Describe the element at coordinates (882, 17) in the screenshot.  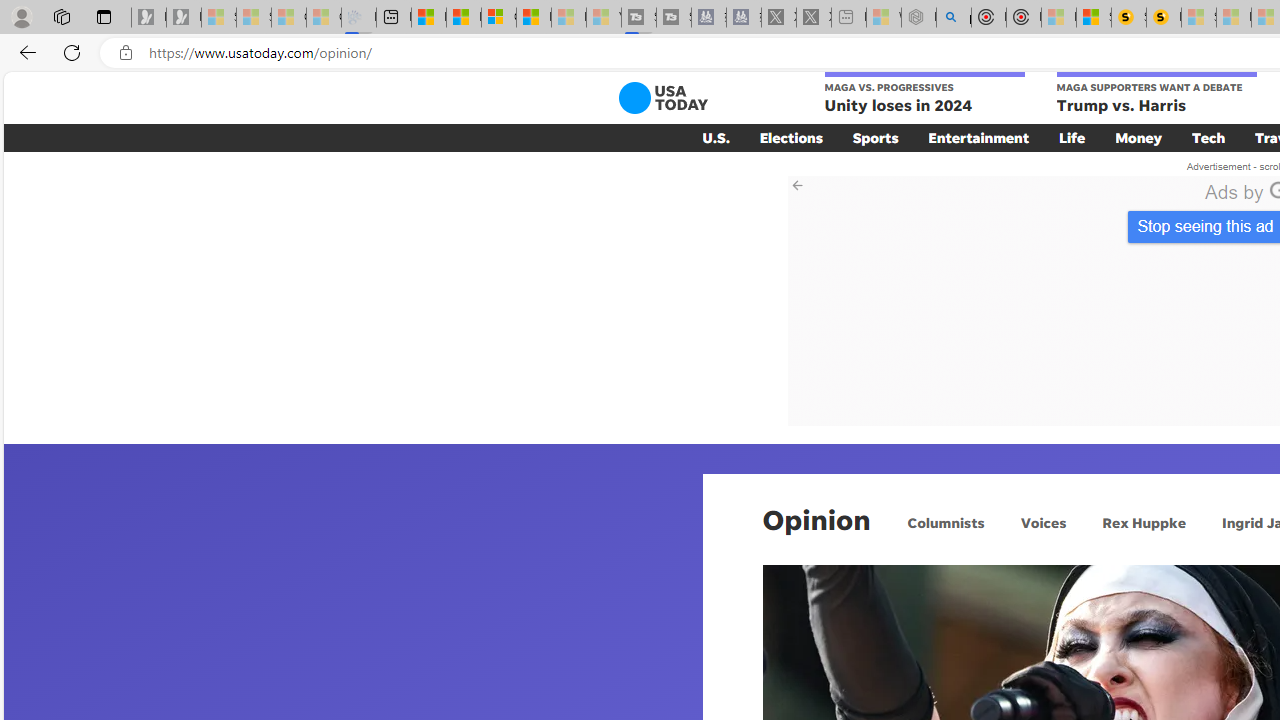
I see `'Wildlife - MSN - Sleeping'` at that location.